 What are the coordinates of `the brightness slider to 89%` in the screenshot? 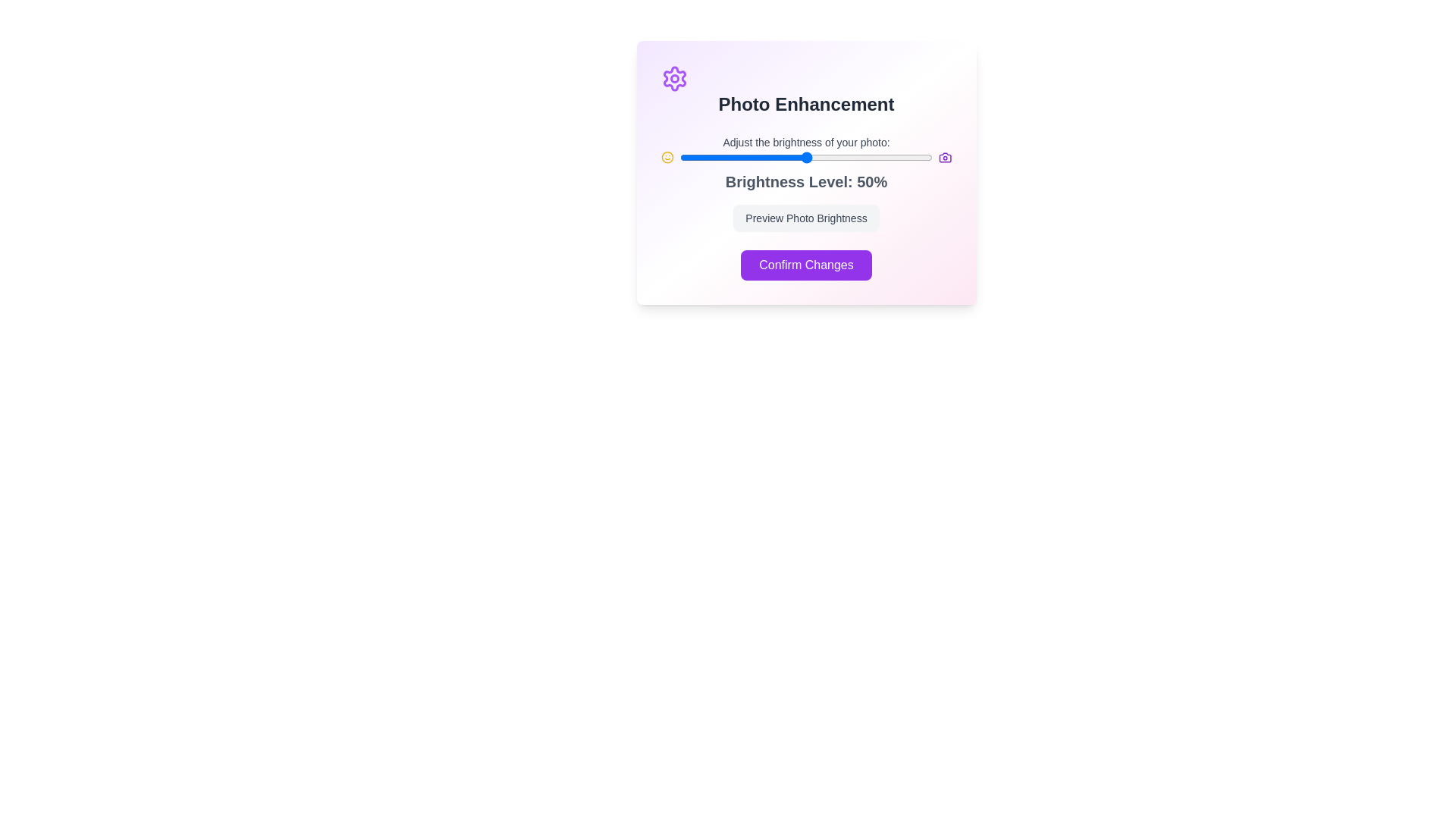 It's located at (905, 158).